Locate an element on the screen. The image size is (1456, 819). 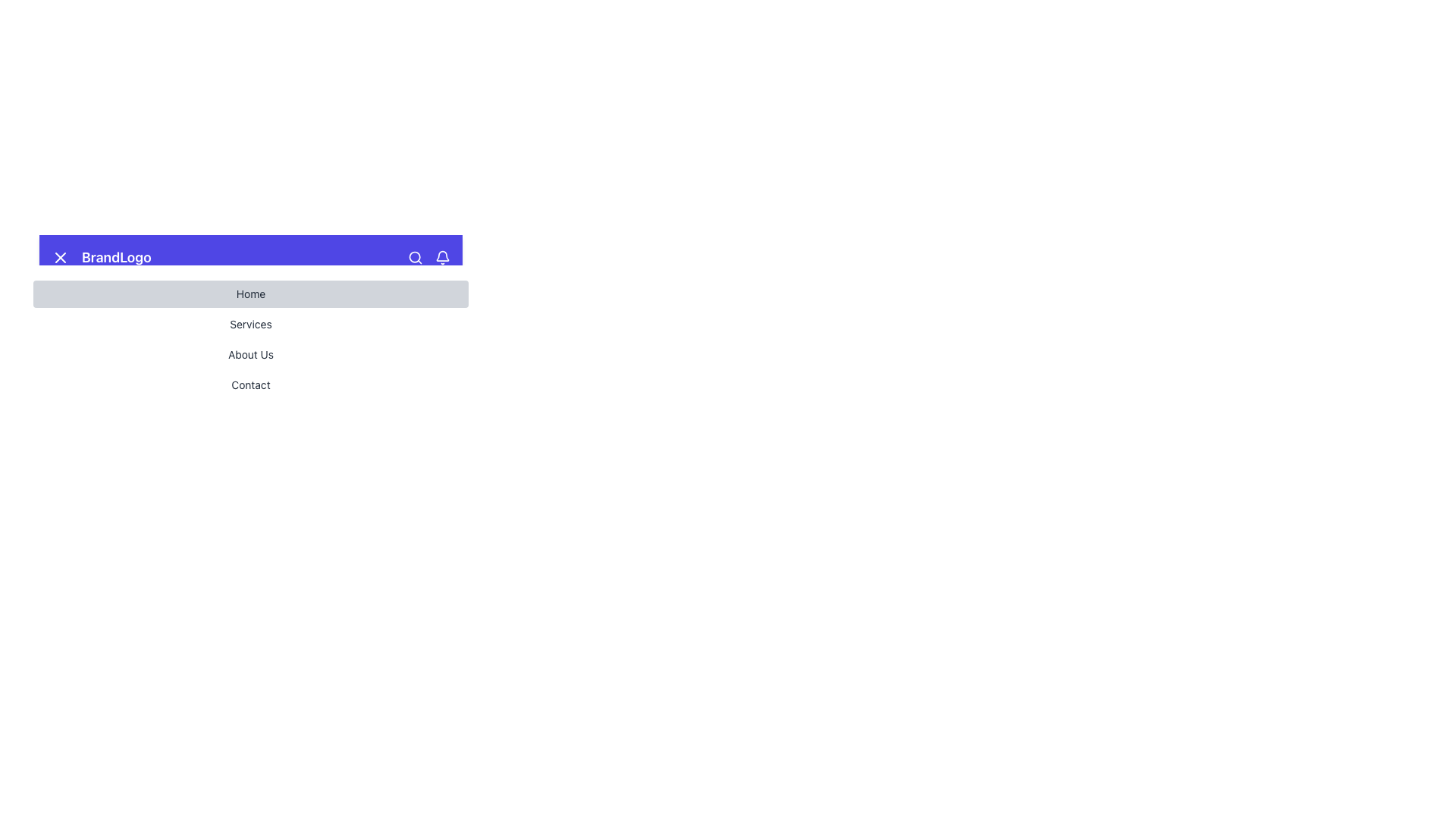
the 'Contact' button in the vertical navigation menu is located at coordinates (251, 384).